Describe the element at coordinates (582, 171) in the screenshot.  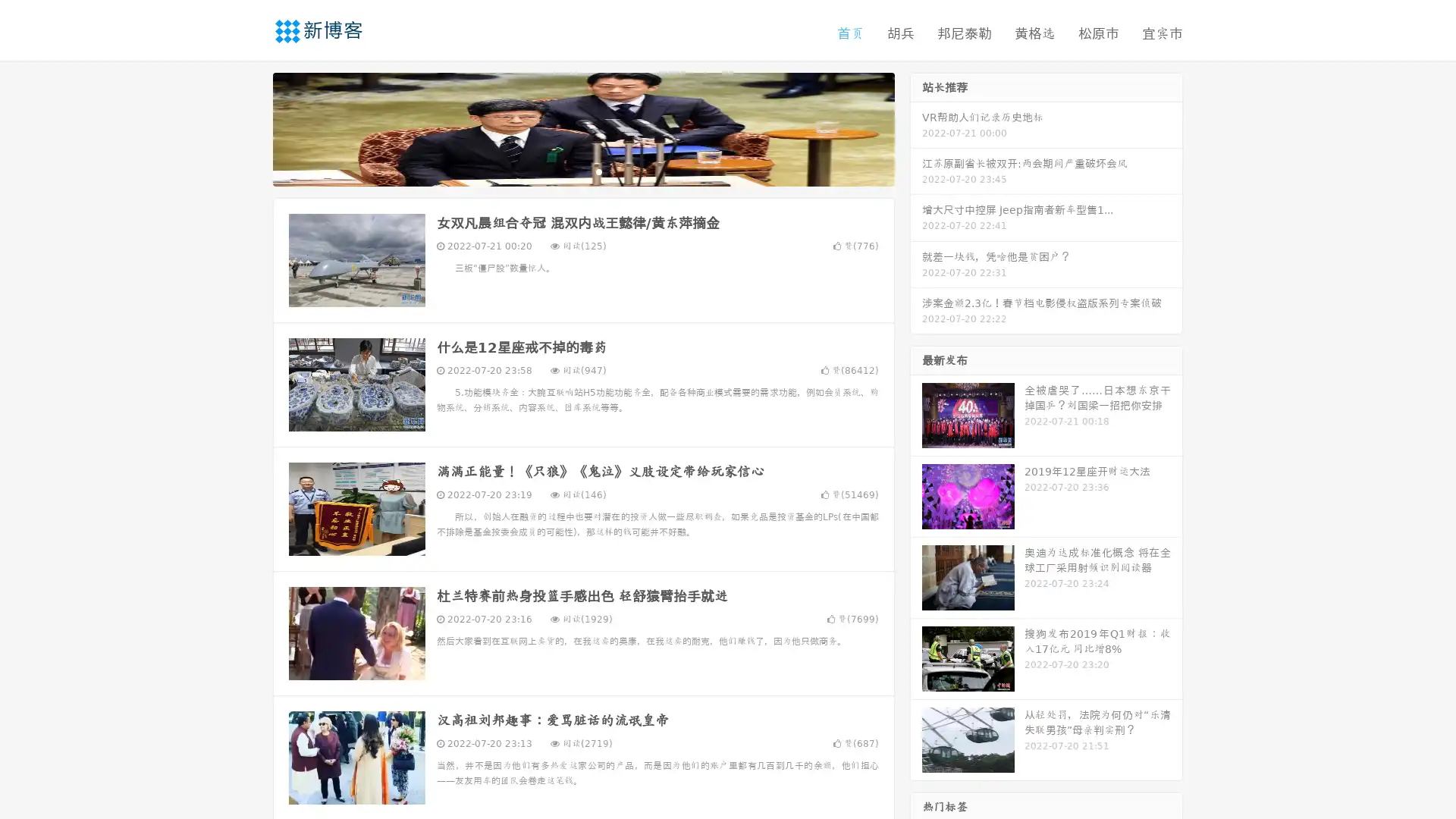
I see `Go to slide 2` at that location.